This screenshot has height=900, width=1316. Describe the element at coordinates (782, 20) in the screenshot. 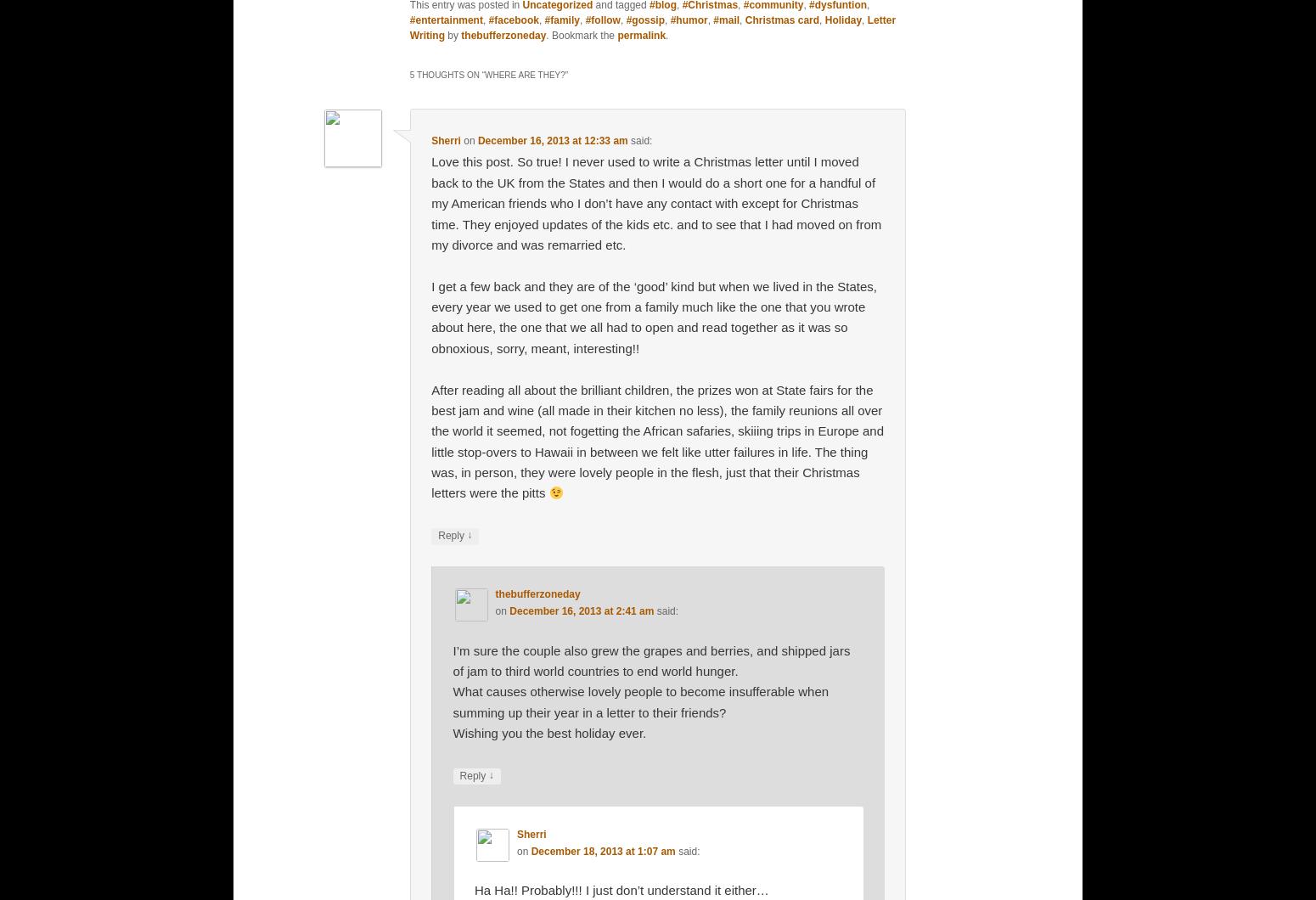

I see `'Christmas card'` at that location.